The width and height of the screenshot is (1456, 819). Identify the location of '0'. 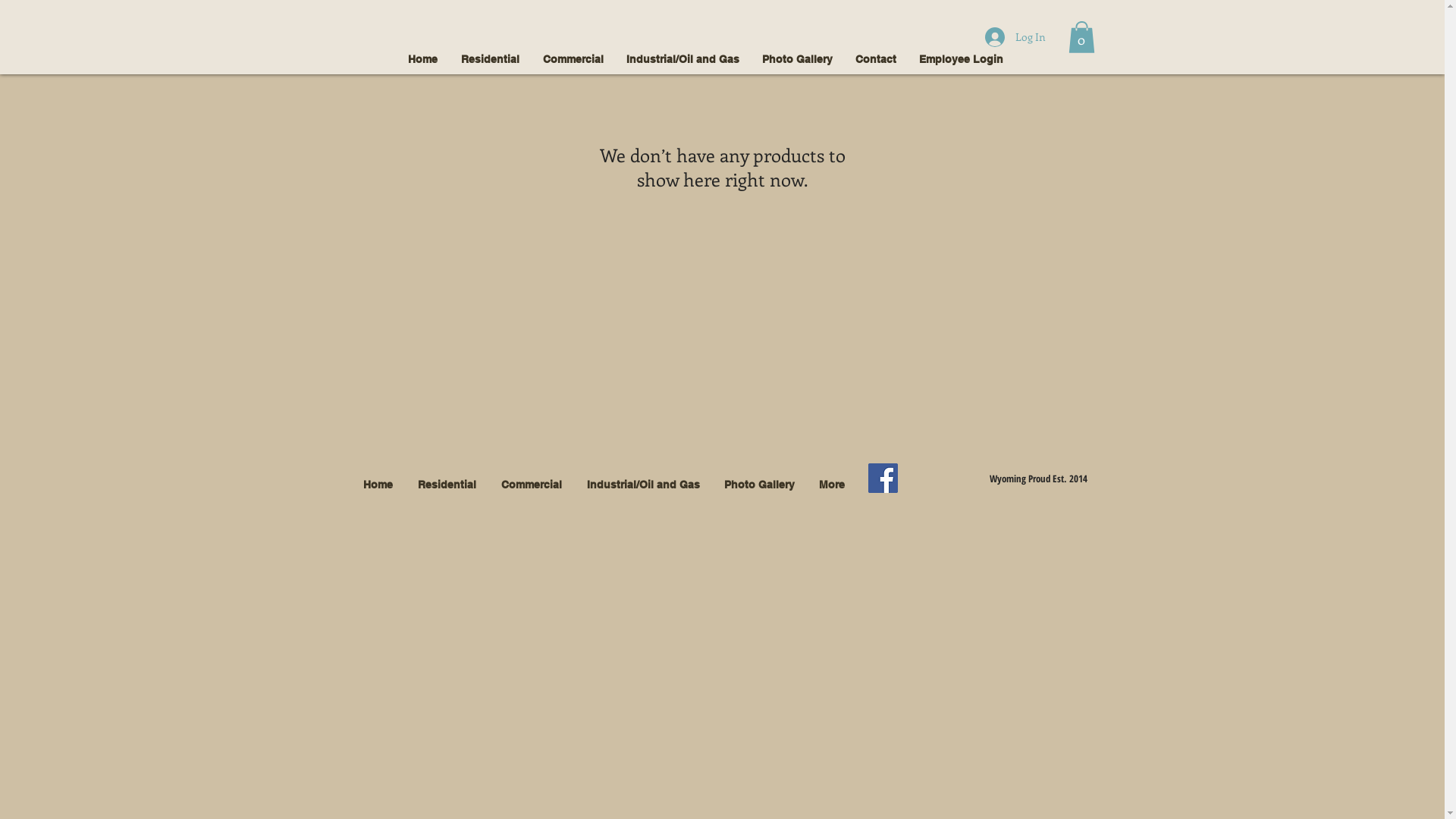
(1080, 36).